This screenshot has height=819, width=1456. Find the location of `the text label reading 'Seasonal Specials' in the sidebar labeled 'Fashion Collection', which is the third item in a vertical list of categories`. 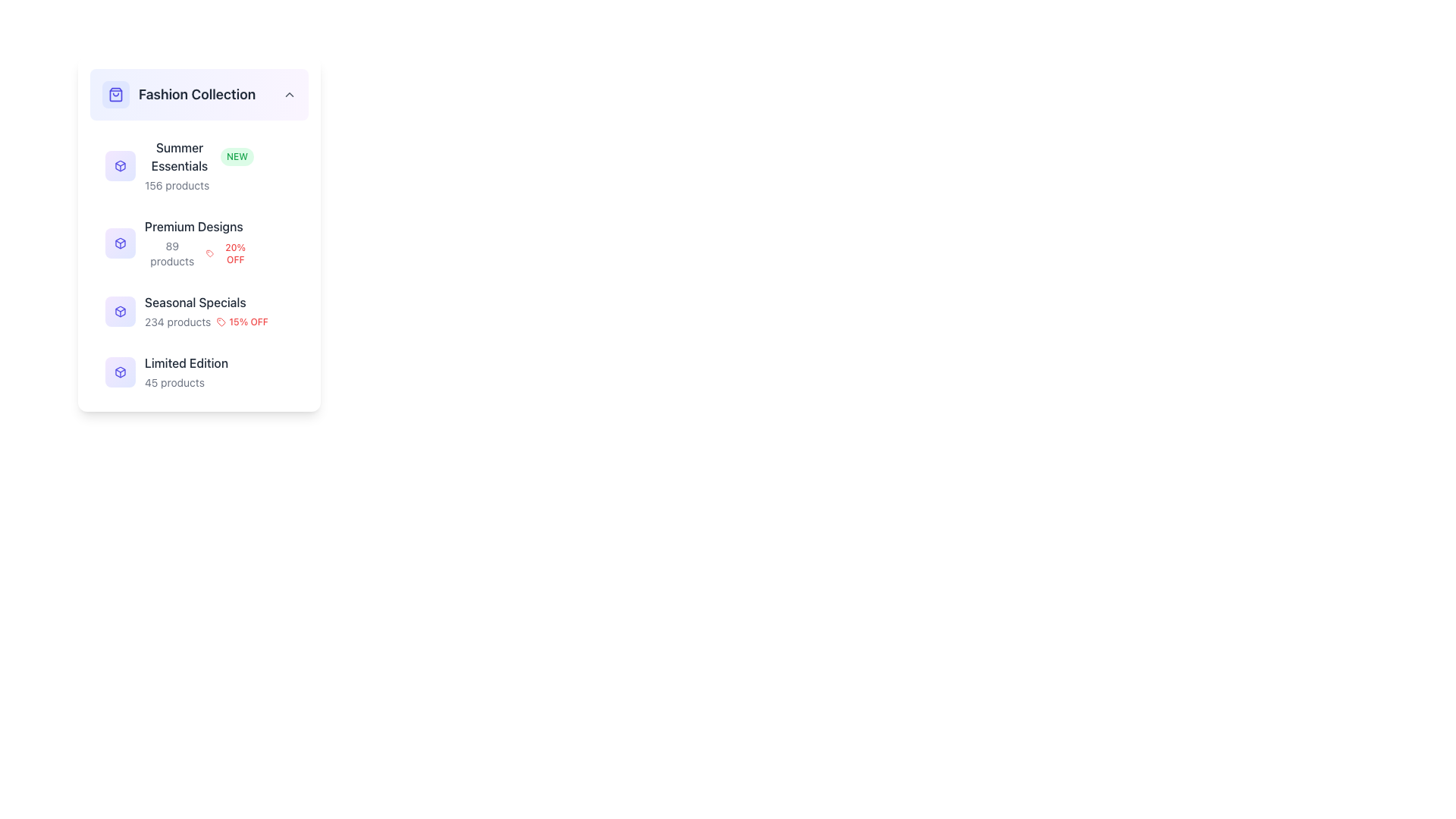

the text label reading 'Seasonal Specials' in the sidebar labeled 'Fashion Collection', which is the third item in a vertical list of categories is located at coordinates (211, 302).